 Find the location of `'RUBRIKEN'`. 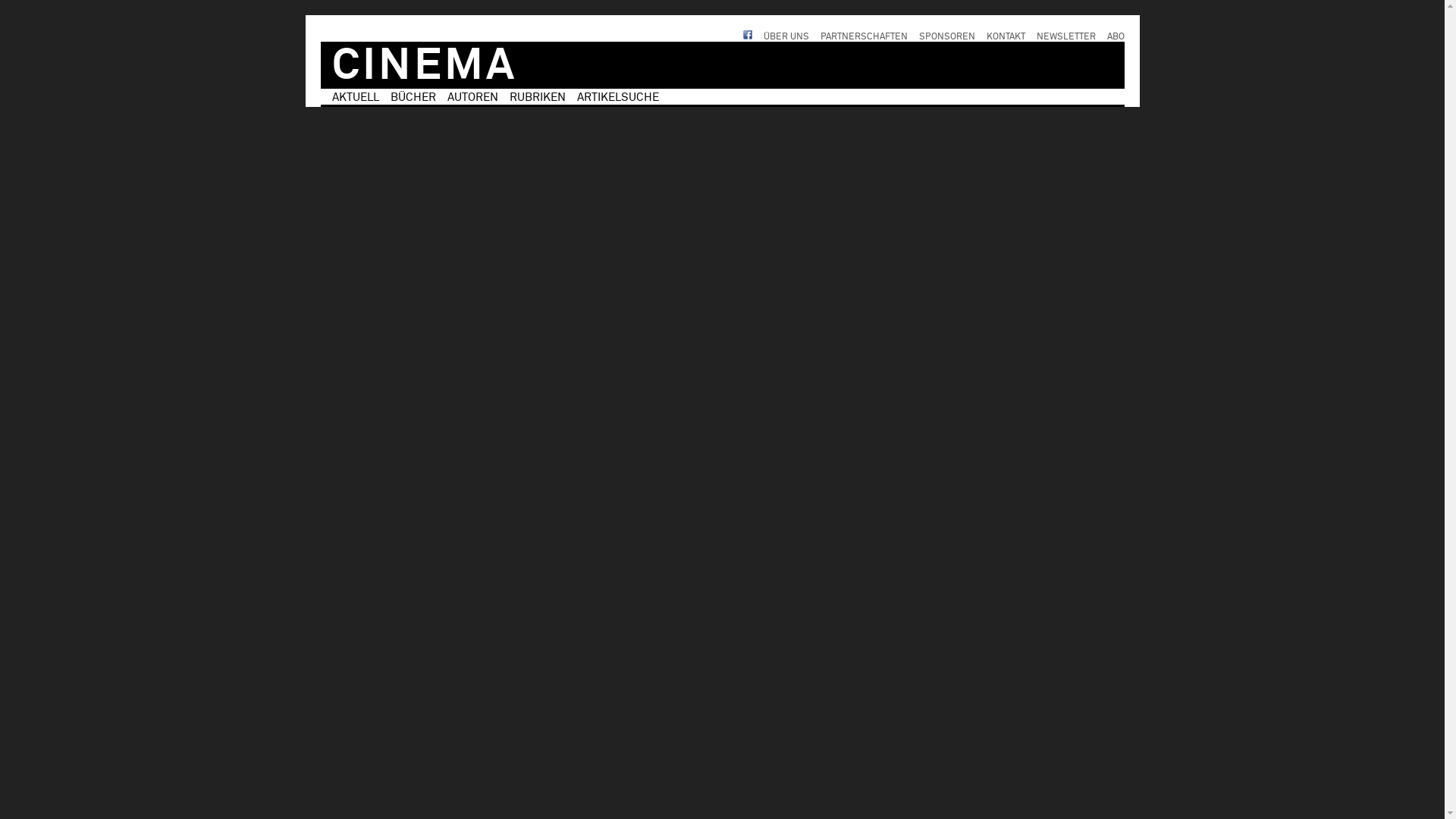

'RUBRIKEN' is located at coordinates (538, 97).